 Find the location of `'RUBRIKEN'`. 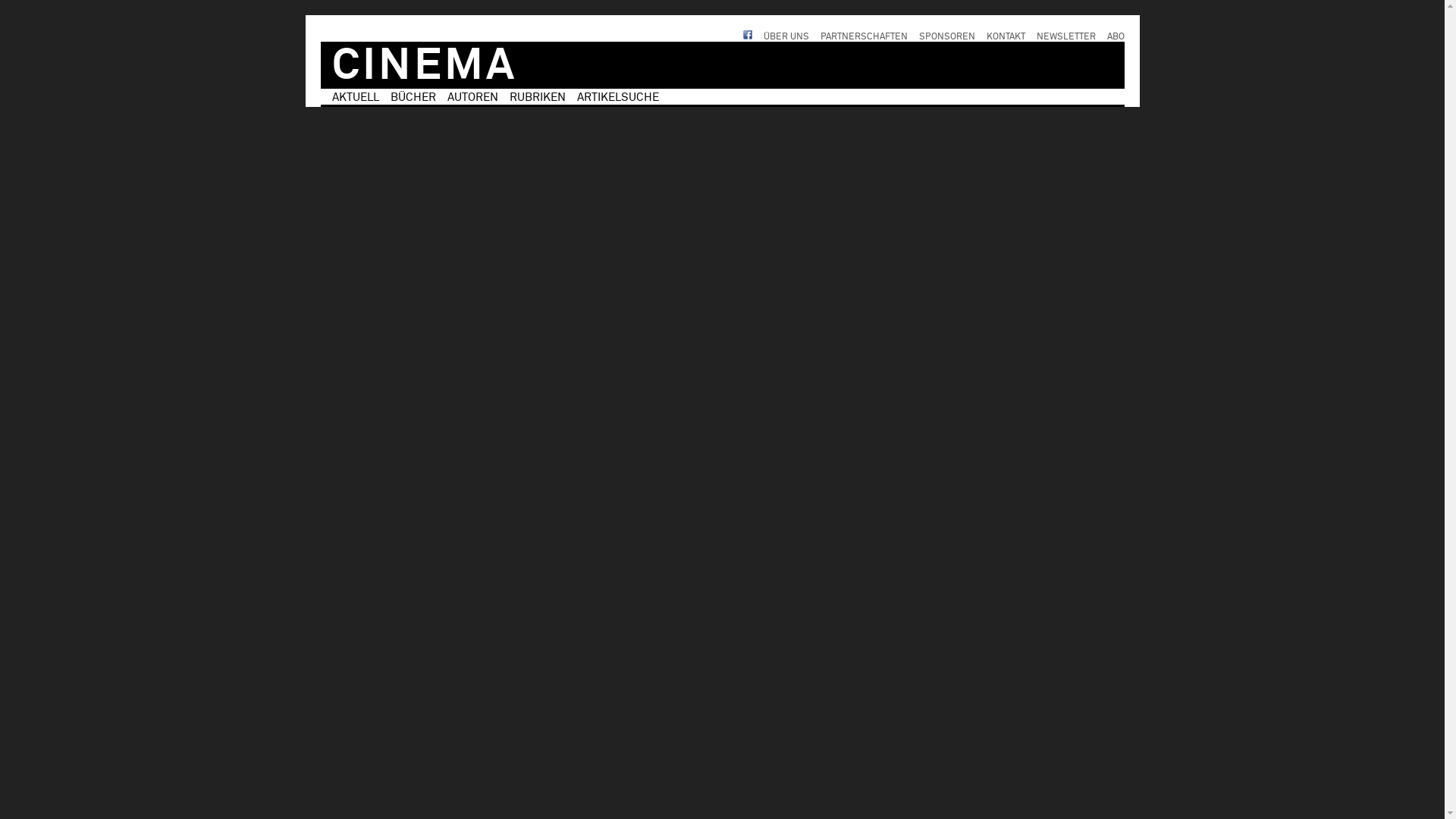

'RUBRIKEN' is located at coordinates (538, 97).